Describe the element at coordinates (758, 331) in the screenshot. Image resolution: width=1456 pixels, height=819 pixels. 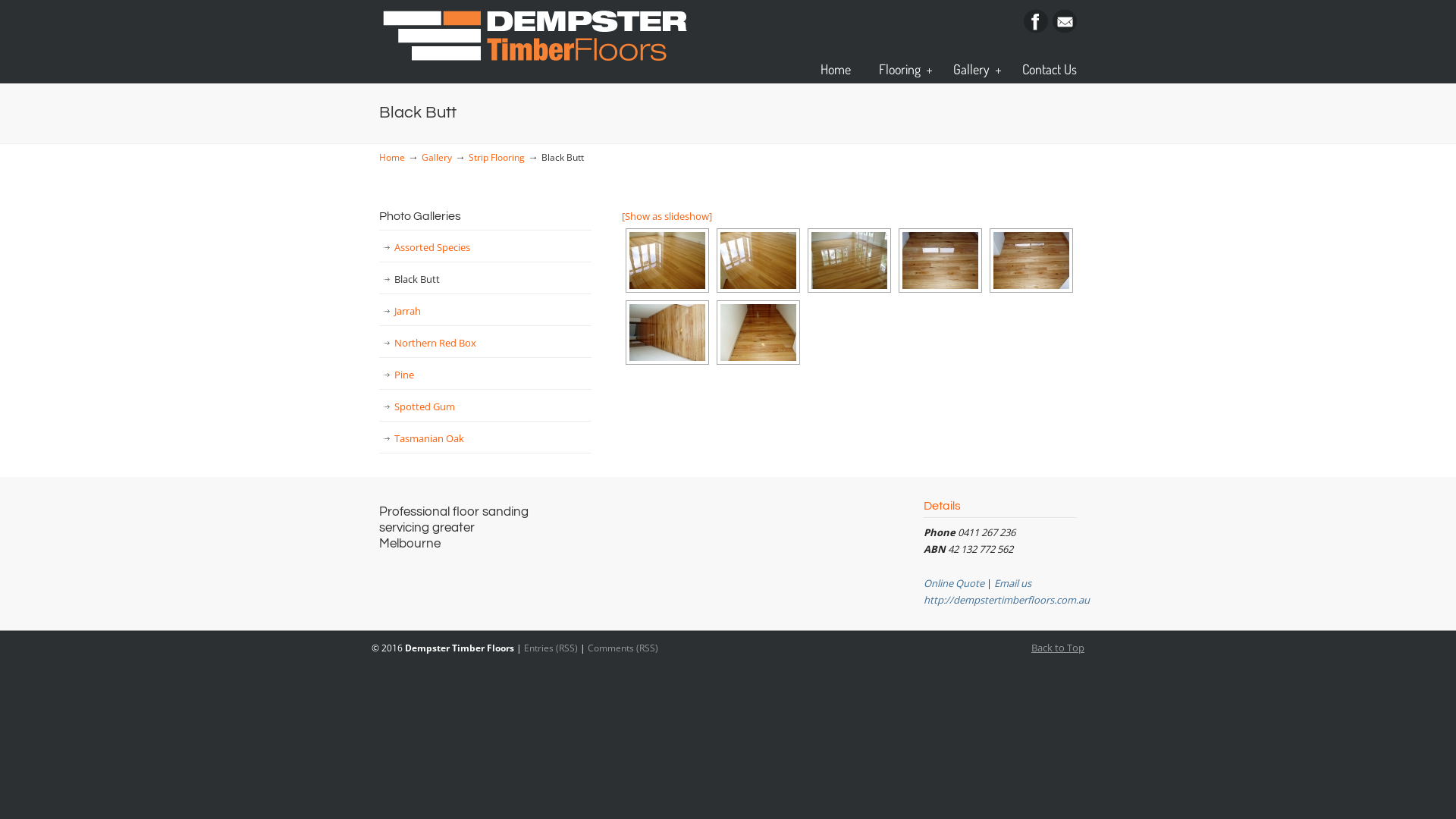
I see `'OLYMPUS DIGITAL CAMERA'` at that location.